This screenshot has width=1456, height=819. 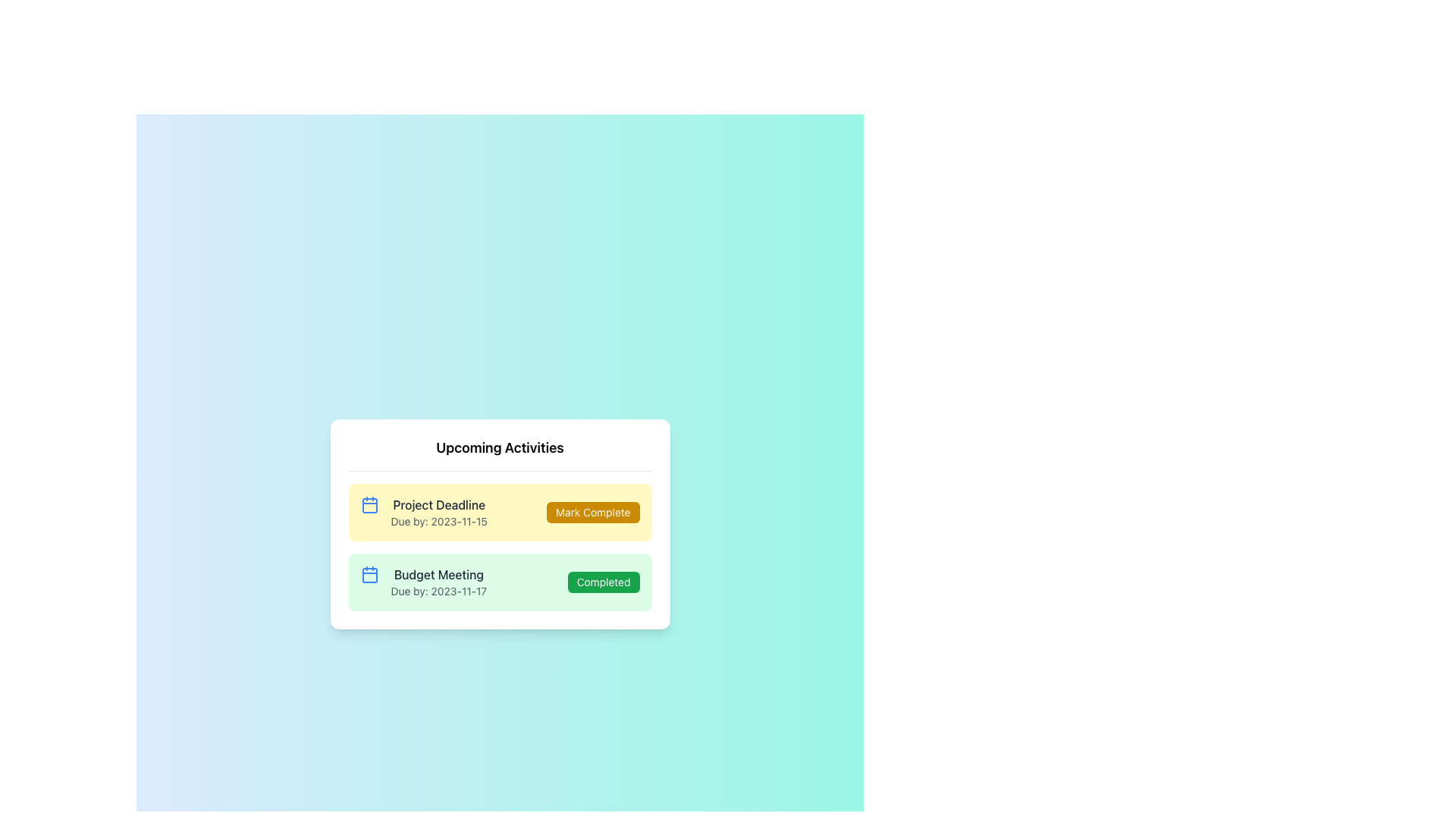 What do you see at coordinates (438, 504) in the screenshot?
I see `the Text Label that indicates the title or label for an activity in the schedule, located in the upper section of the highlighted area of the panel listing 'Upcoming Activities'` at bounding box center [438, 504].